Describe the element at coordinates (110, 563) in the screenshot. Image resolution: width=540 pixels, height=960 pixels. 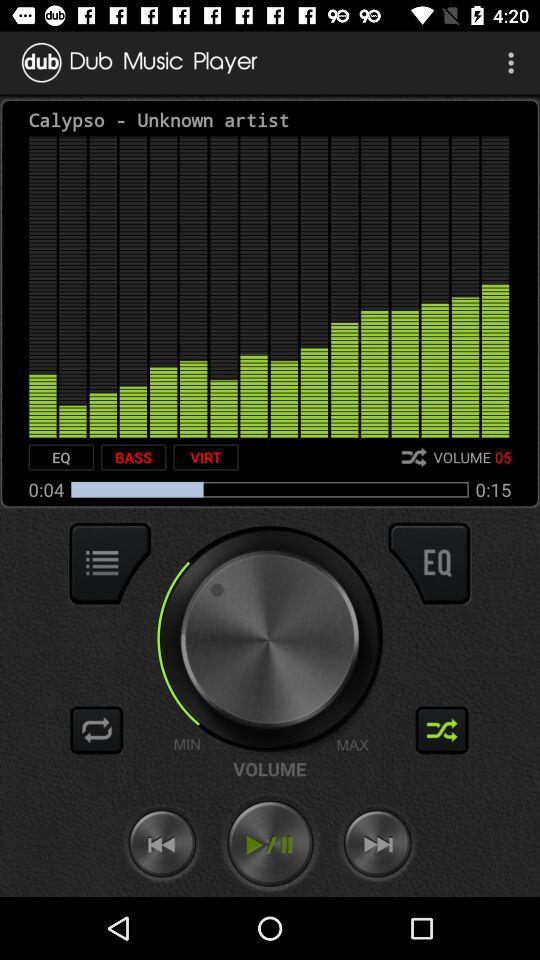
I see `open further options menu` at that location.